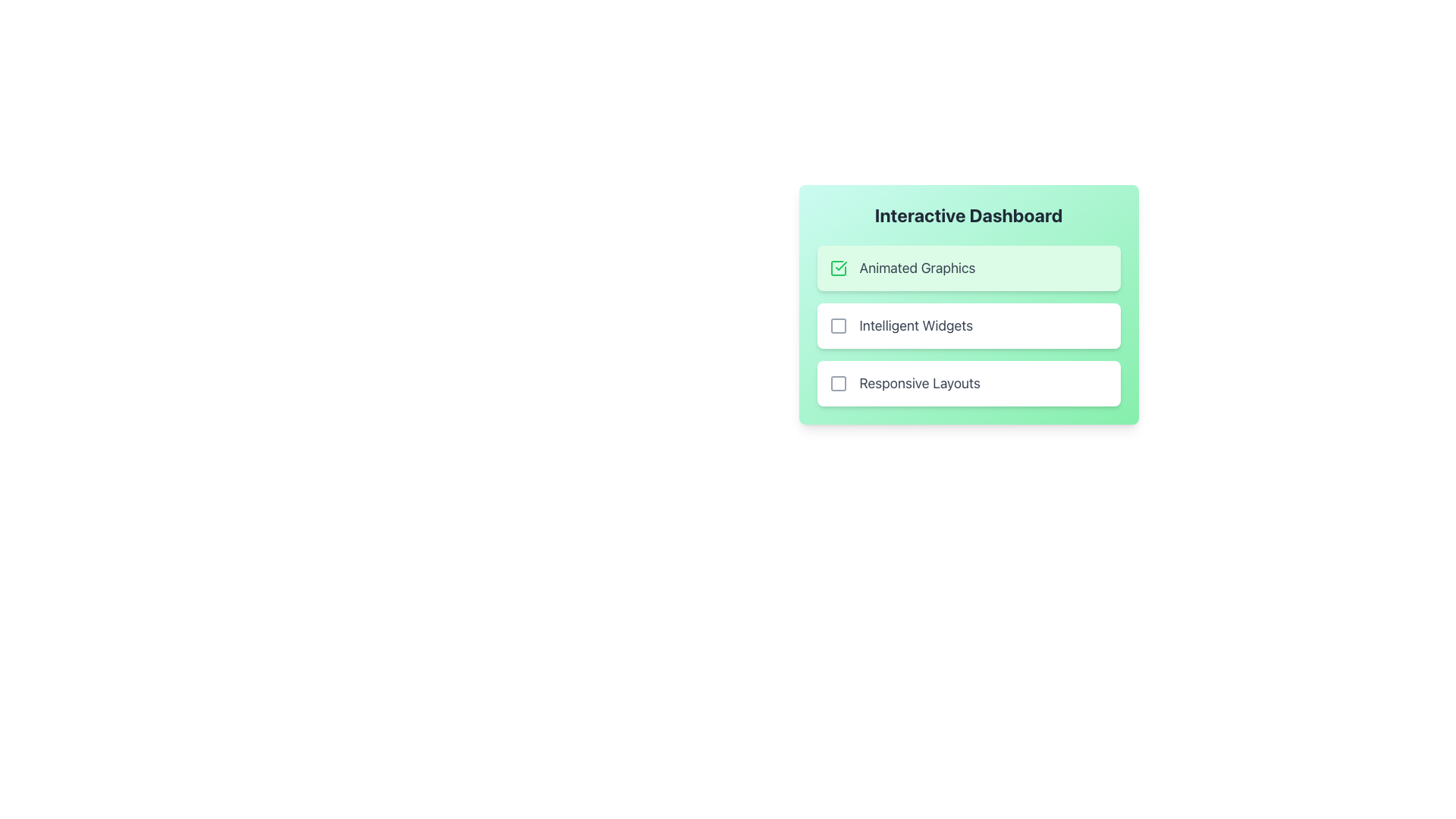 The height and width of the screenshot is (819, 1456). What do you see at coordinates (837, 325) in the screenshot?
I see `the SVG rectangle element that serves as a decorative or functional part of the icon for the 'Intelligent Widgets' list item, indicating selection status` at bounding box center [837, 325].